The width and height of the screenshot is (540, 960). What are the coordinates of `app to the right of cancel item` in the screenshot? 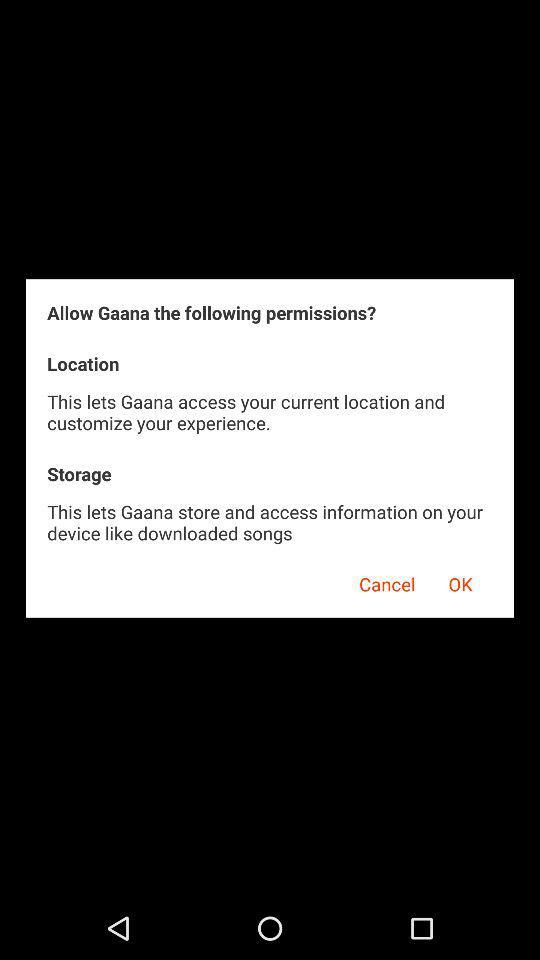 It's located at (460, 581).